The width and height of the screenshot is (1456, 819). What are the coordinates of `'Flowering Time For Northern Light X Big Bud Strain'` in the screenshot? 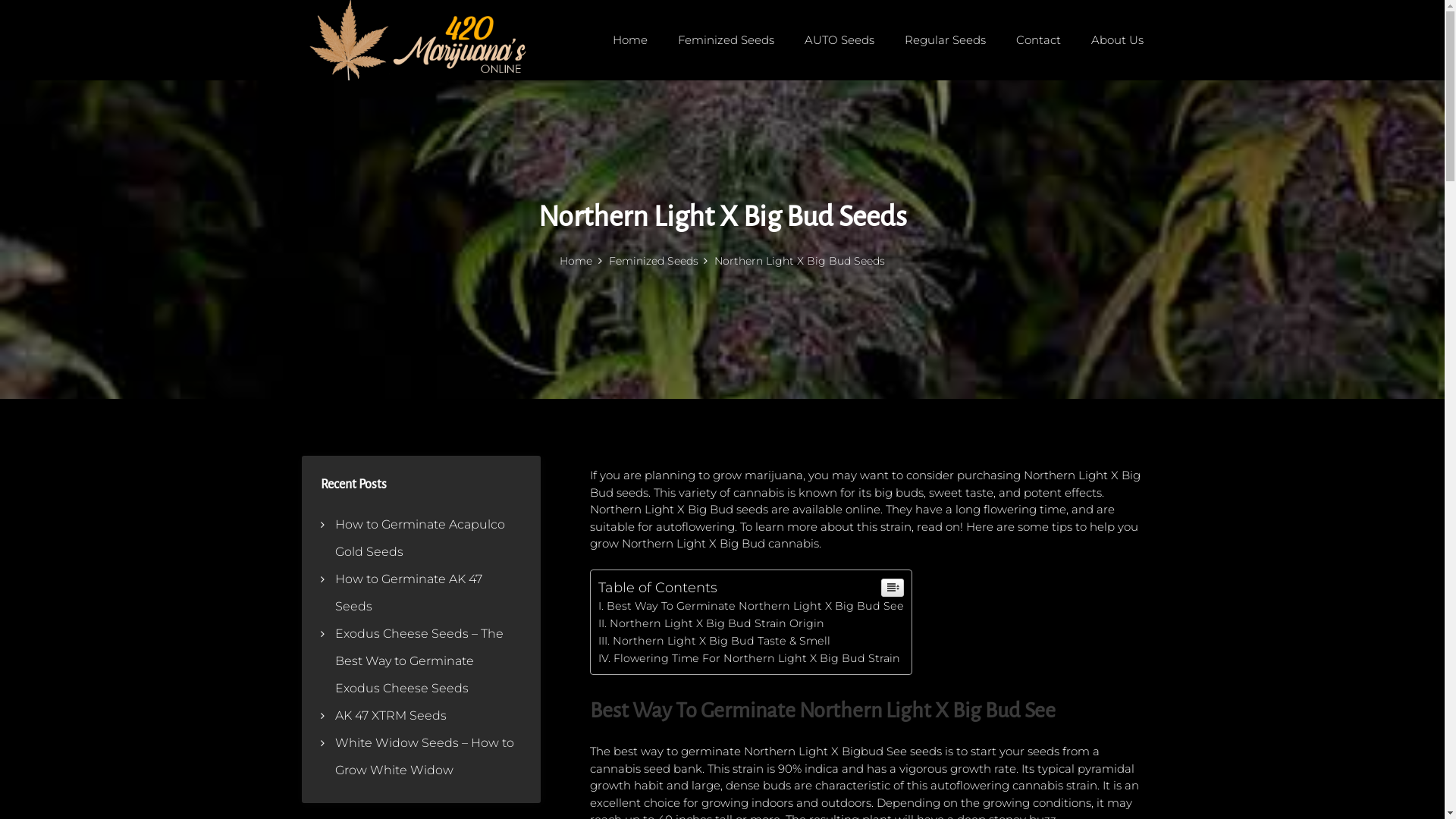 It's located at (748, 657).